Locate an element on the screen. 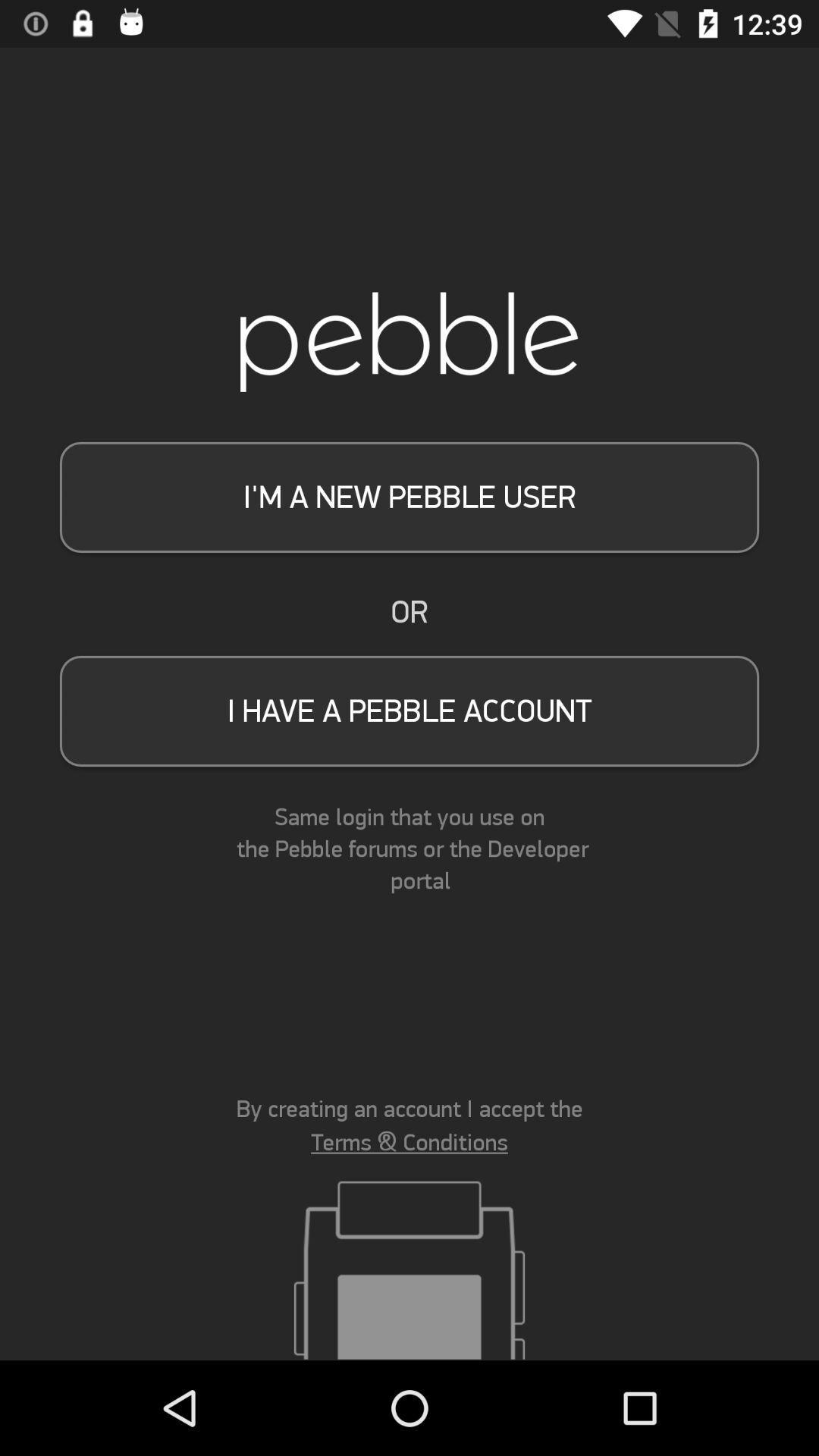 Image resolution: width=819 pixels, height=1456 pixels. item above or item is located at coordinates (409, 497).